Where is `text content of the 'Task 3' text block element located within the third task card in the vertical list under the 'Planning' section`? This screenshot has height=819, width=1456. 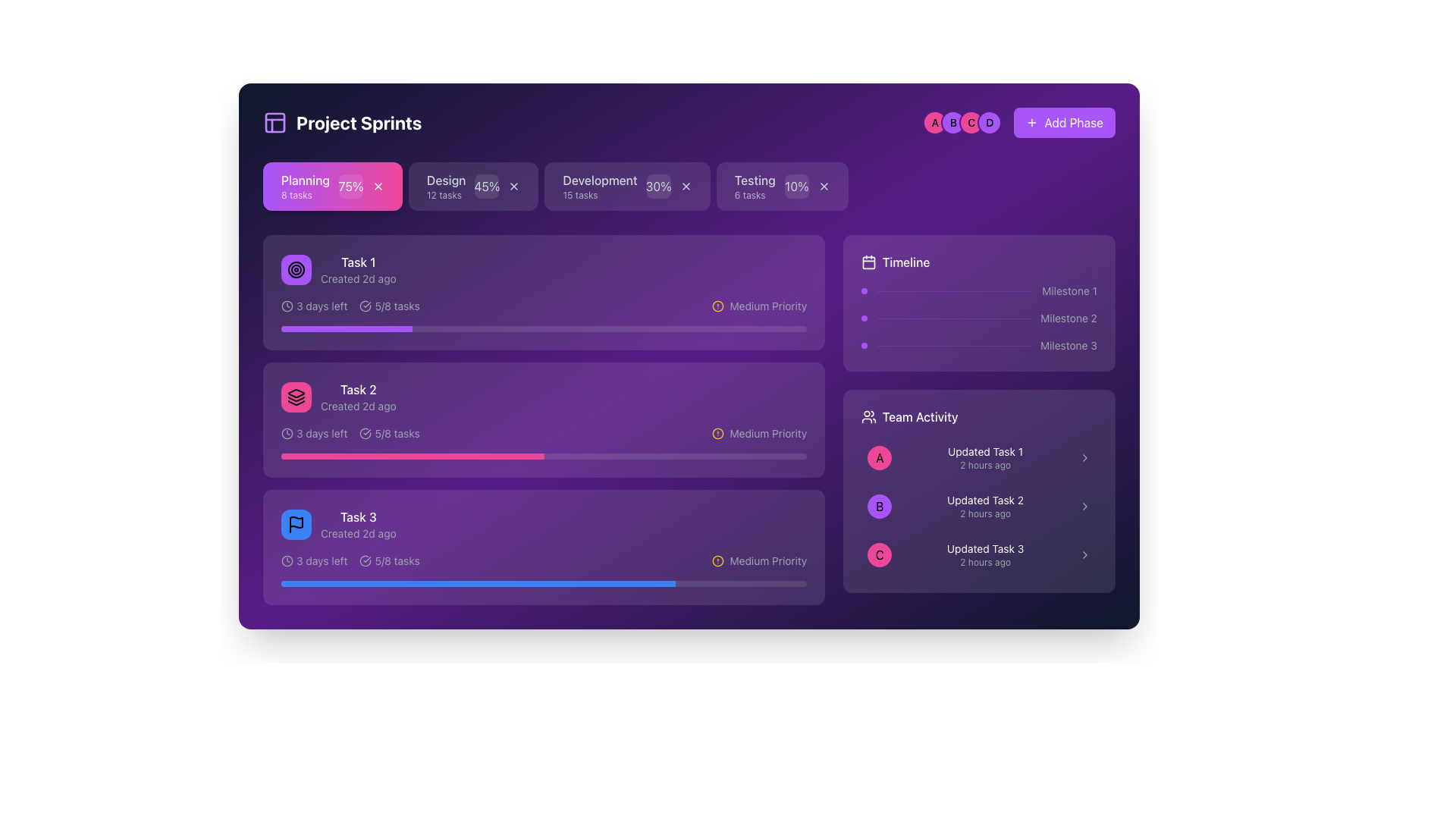
text content of the 'Task 3' text block element located within the third task card in the vertical list under the 'Planning' section is located at coordinates (357, 523).